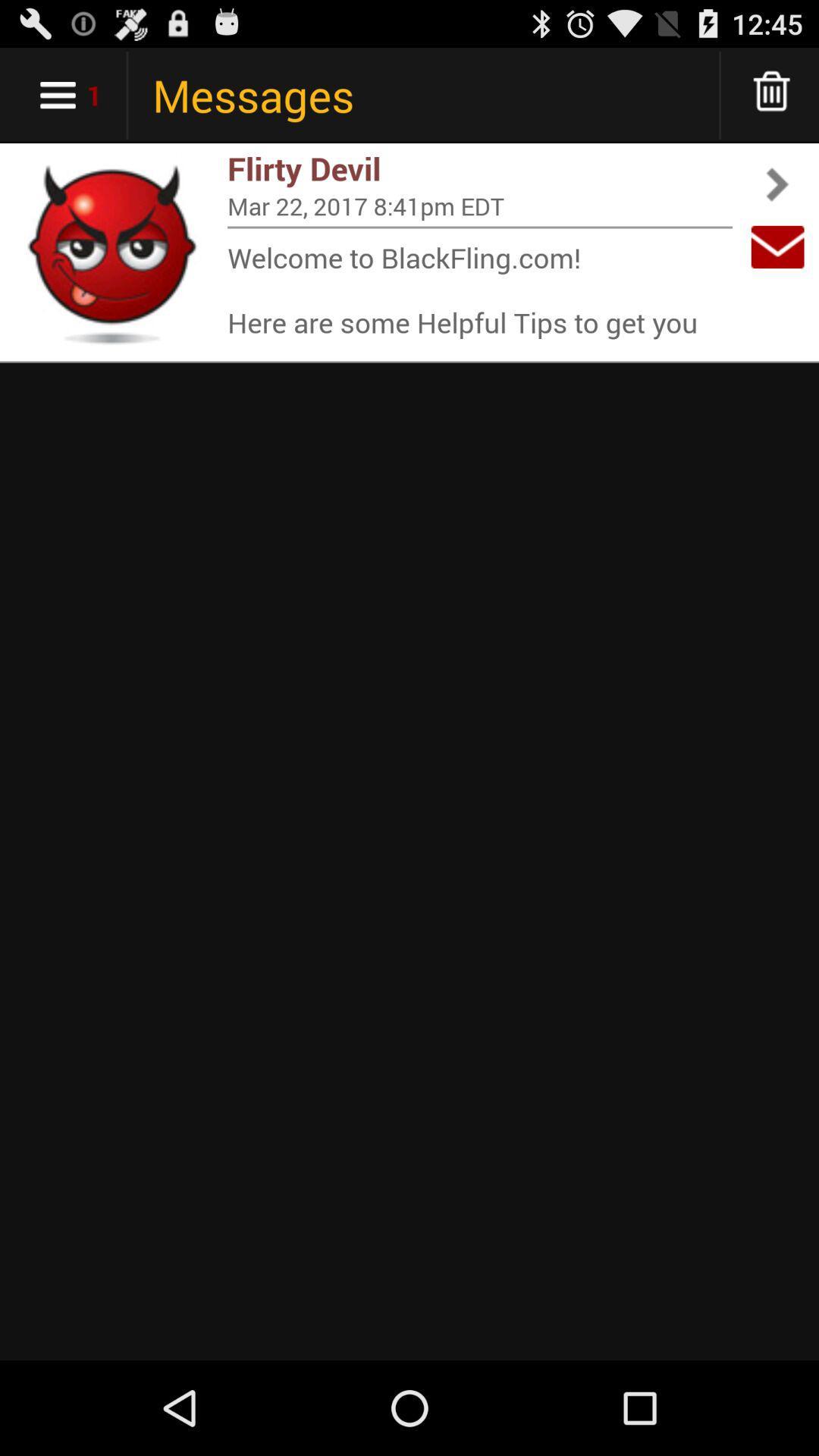  I want to click on delete, so click(772, 94).